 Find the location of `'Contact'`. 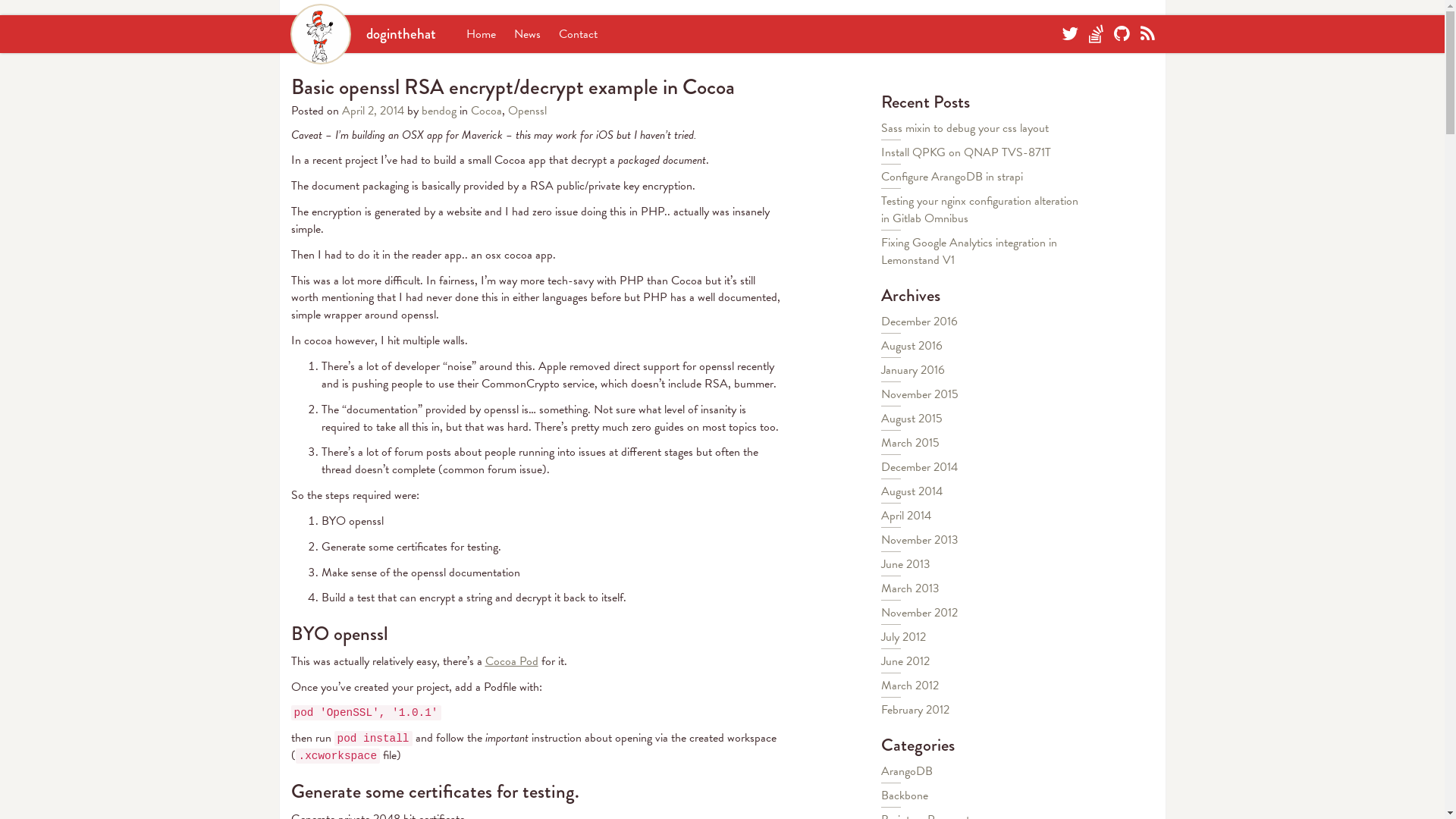

'Contact' is located at coordinates (576, 34).